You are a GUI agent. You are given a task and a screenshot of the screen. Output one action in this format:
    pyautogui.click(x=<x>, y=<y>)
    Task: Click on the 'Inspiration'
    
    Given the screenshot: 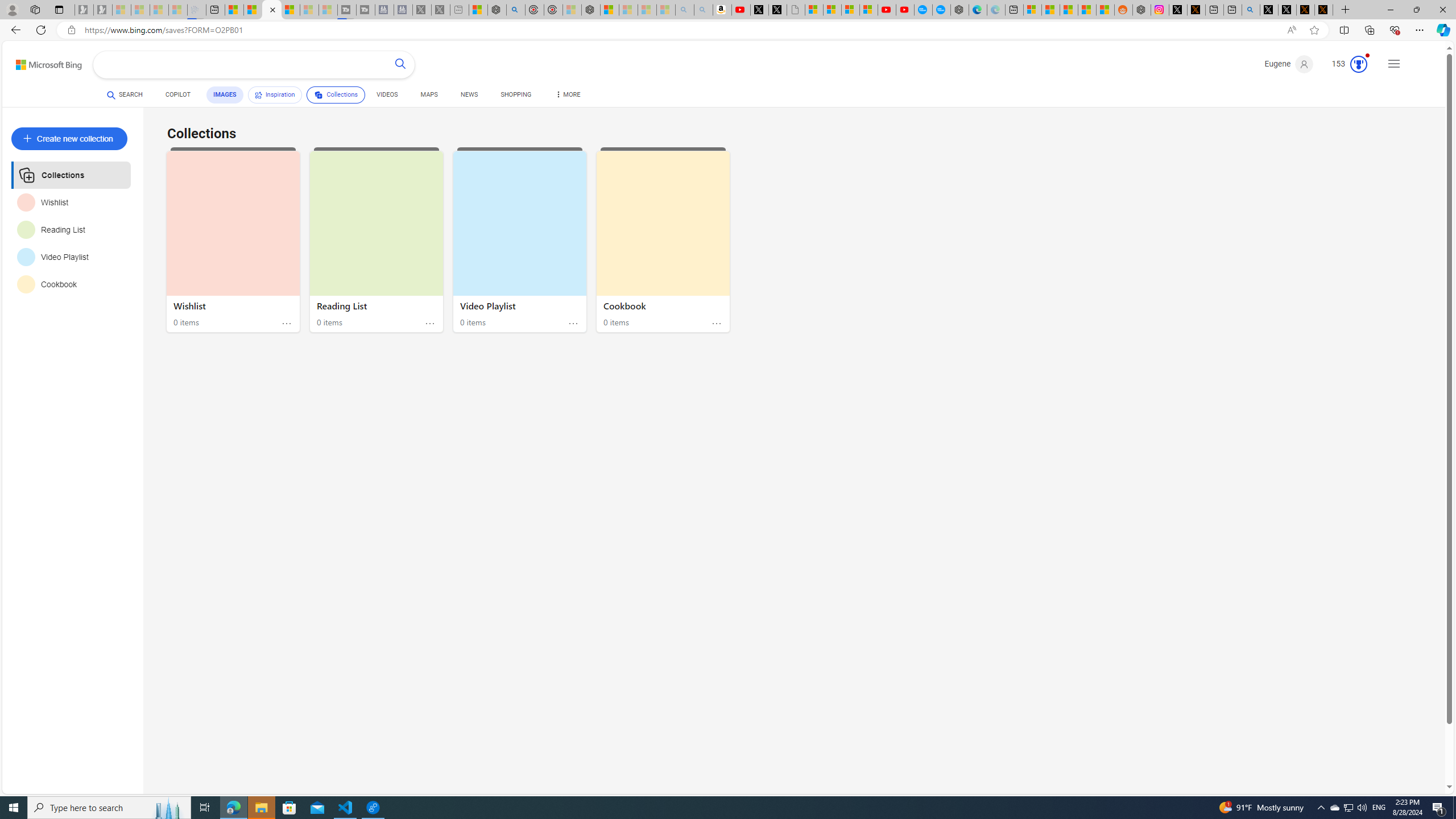 What is the action you would take?
    pyautogui.click(x=274, y=94)
    